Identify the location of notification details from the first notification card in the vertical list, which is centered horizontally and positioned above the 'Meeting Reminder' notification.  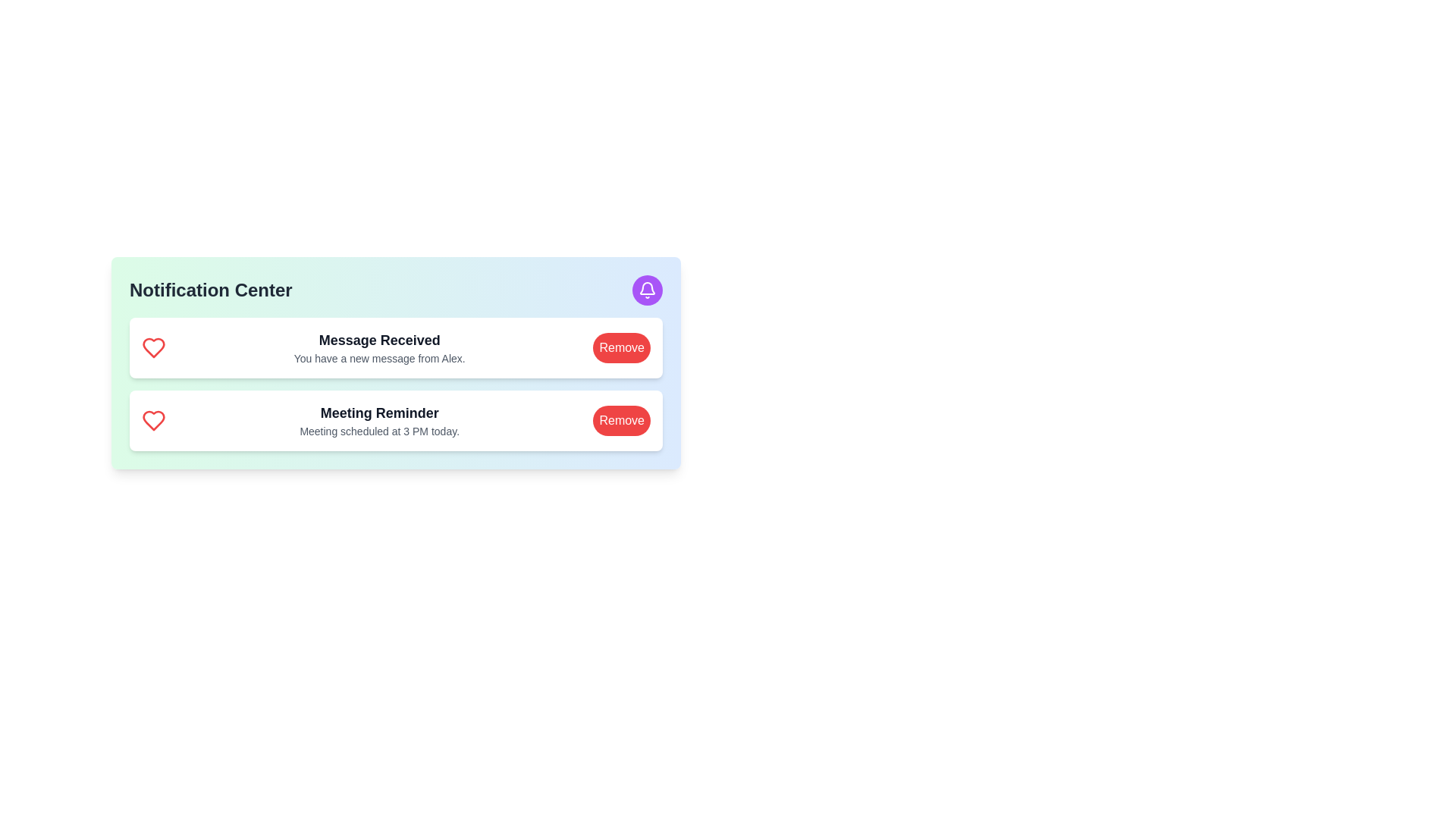
(396, 348).